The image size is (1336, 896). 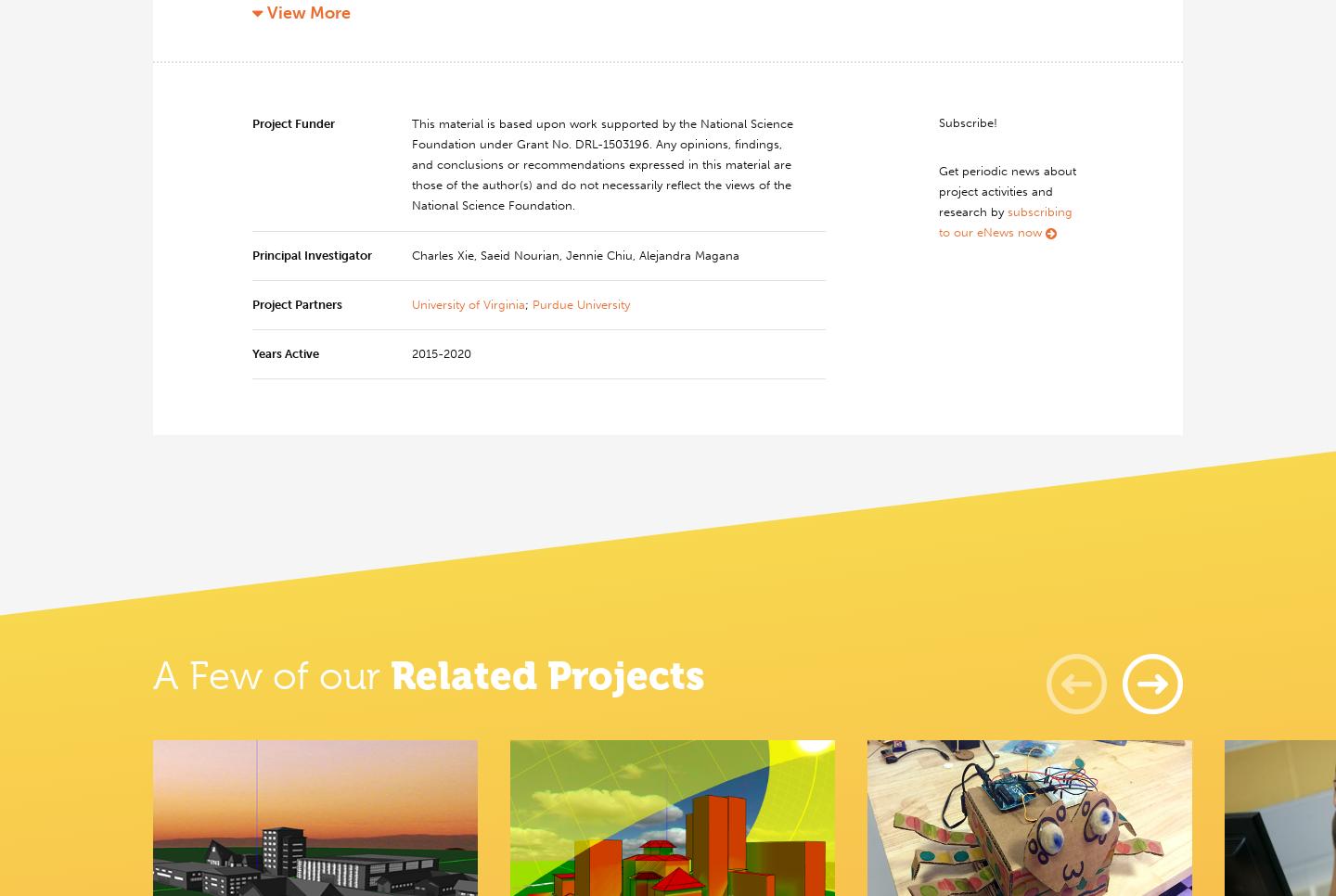 What do you see at coordinates (580, 303) in the screenshot?
I see `'Purdue University'` at bounding box center [580, 303].